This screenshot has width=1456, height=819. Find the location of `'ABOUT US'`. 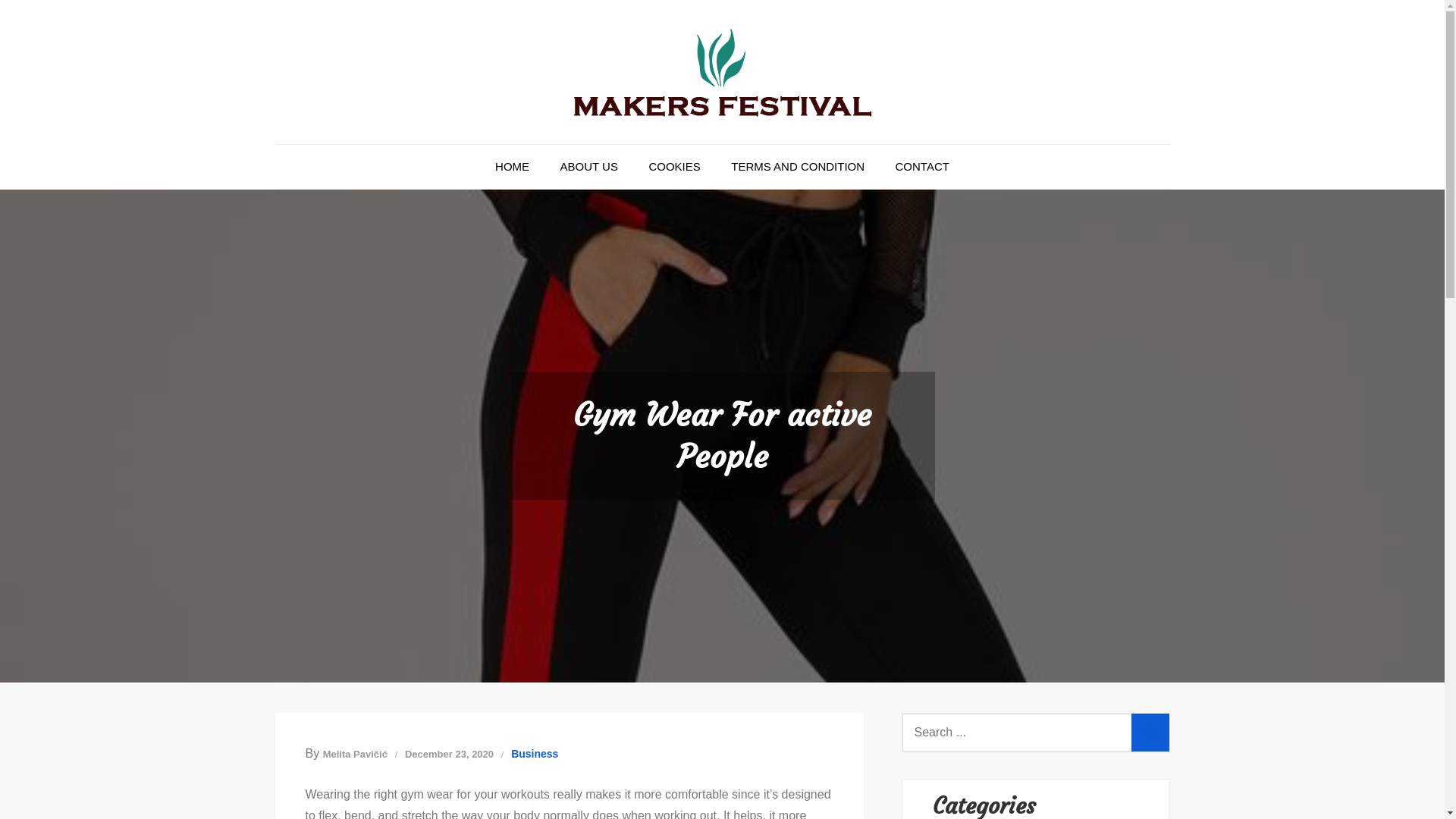

'ABOUT US' is located at coordinates (588, 166).